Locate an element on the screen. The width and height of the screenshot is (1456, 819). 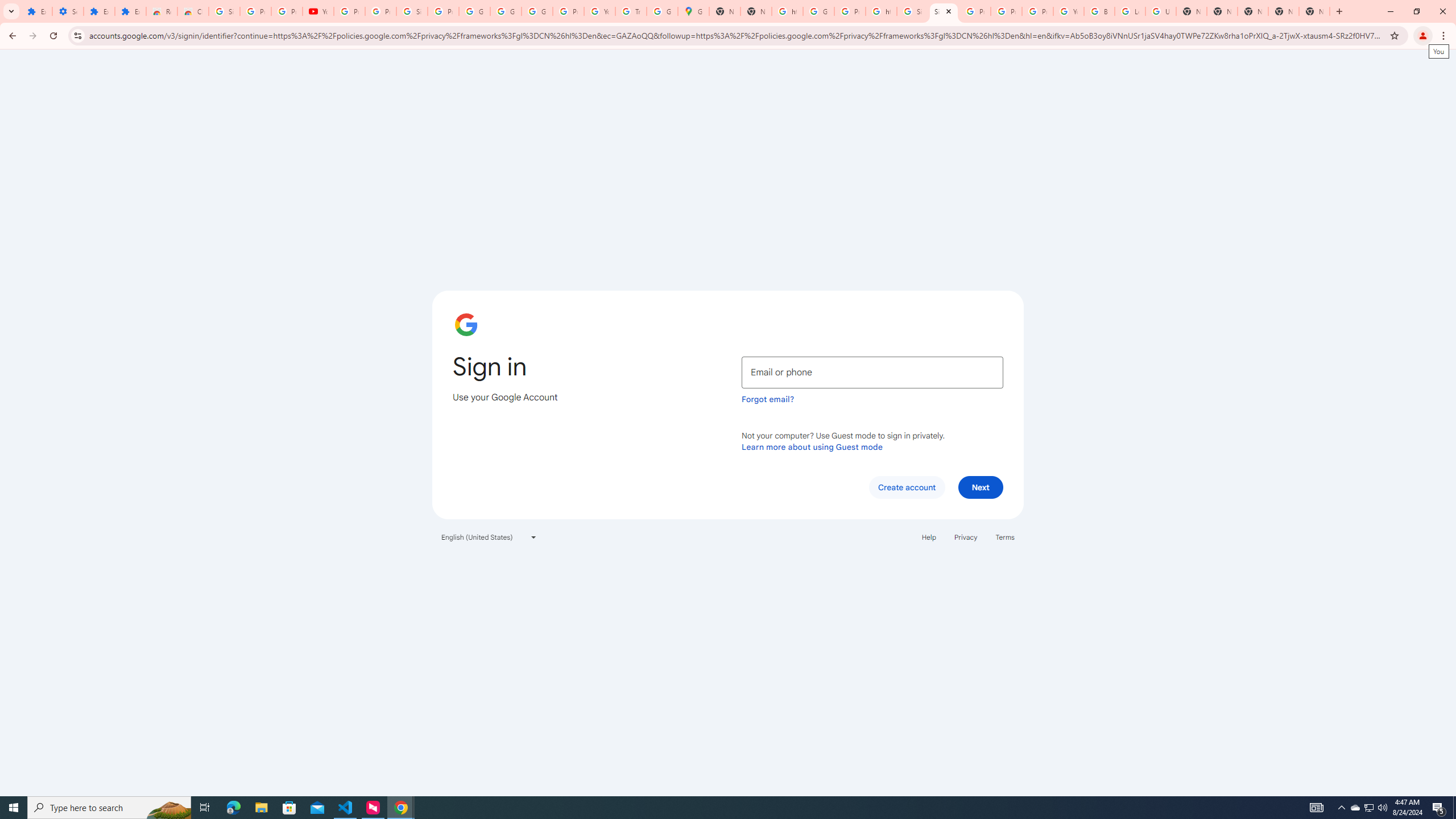
'Reviews: Helix Fruit Jump Arcade Game' is located at coordinates (162, 11).